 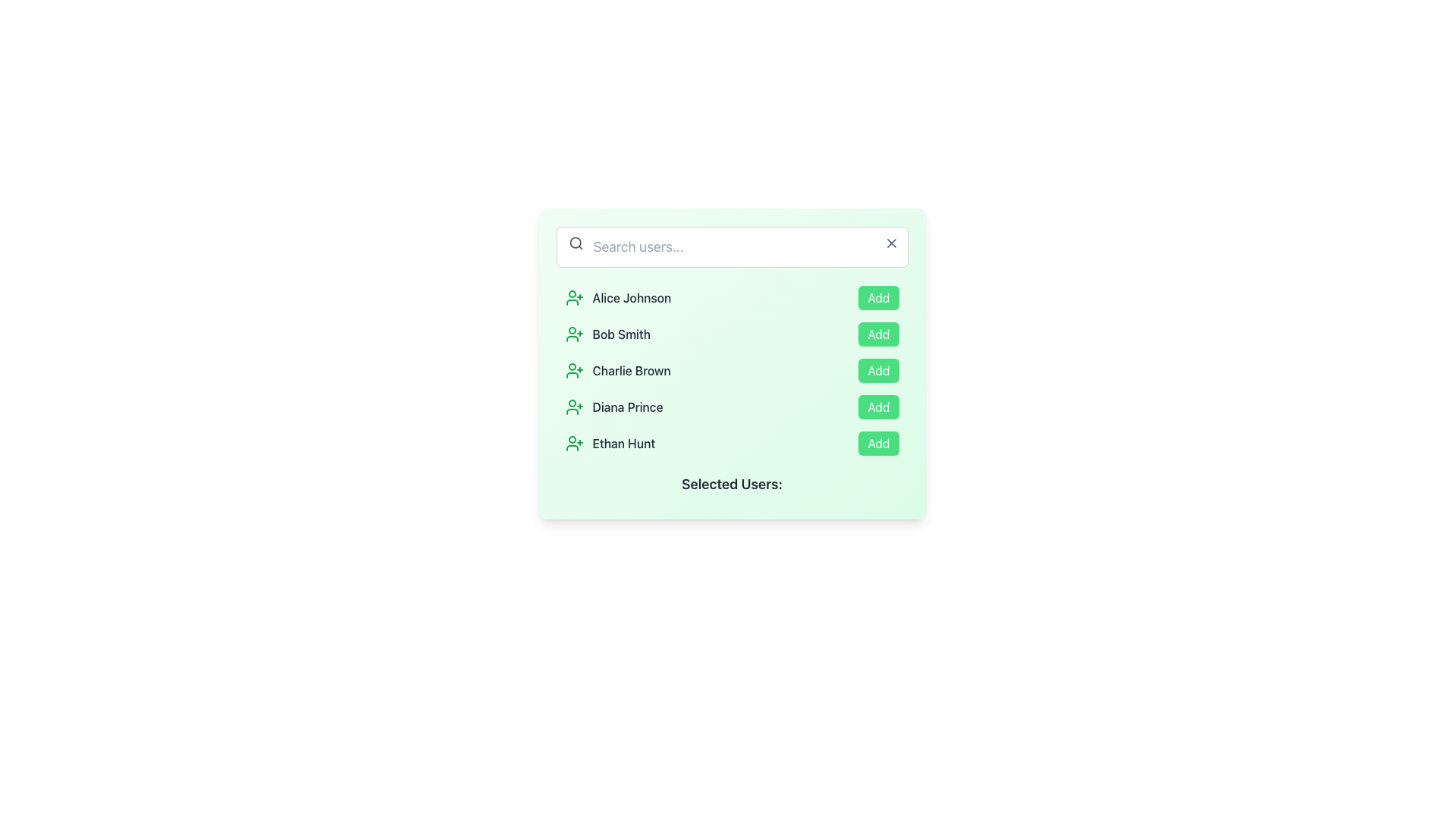 What do you see at coordinates (878, 444) in the screenshot?
I see `the green 'Add' button with white text located at the bottom right of the list item associated with 'Ethan Hunt'` at bounding box center [878, 444].